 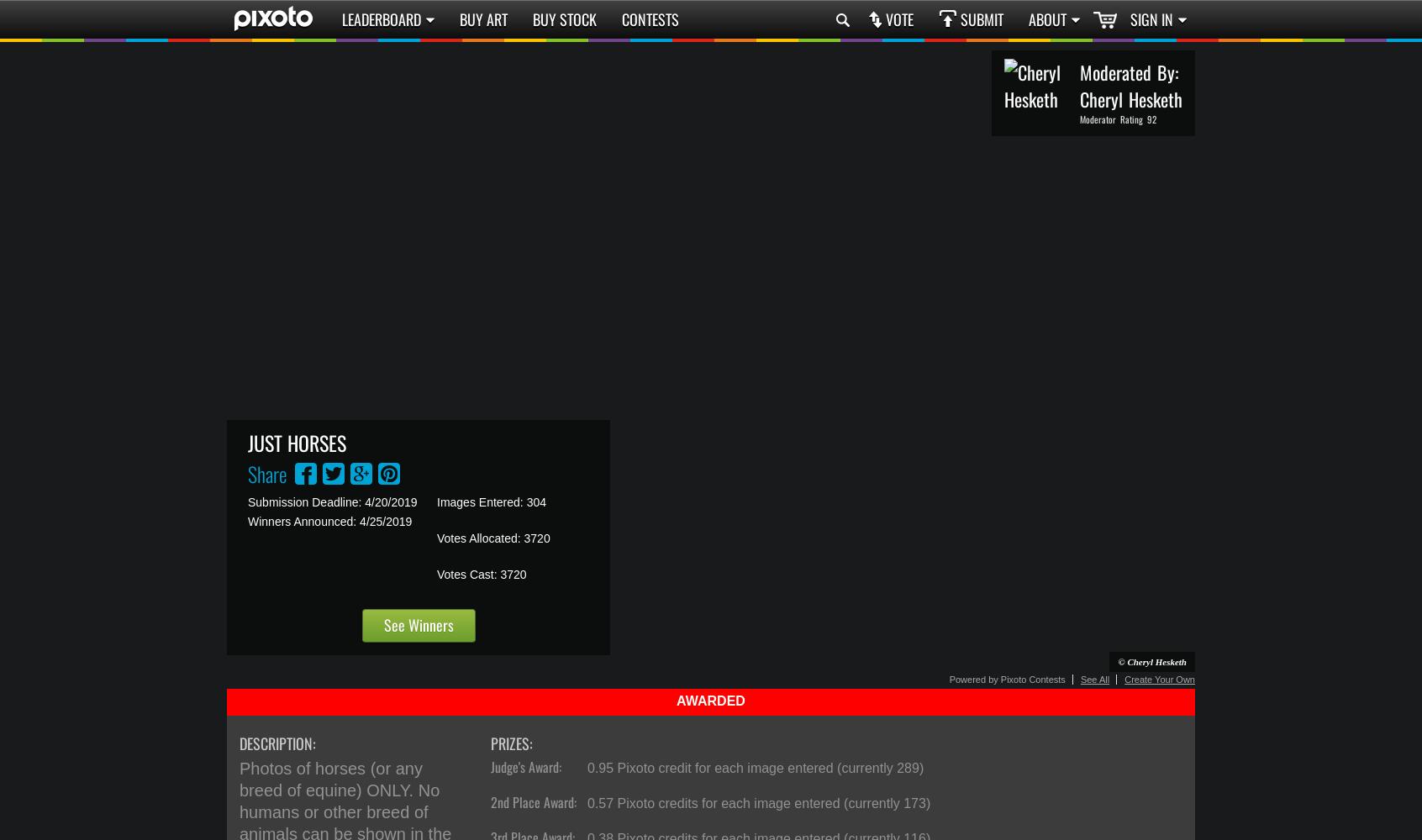 What do you see at coordinates (466, 574) in the screenshot?
I see `'Votes Cast:'` at bounding box center [466, 574].